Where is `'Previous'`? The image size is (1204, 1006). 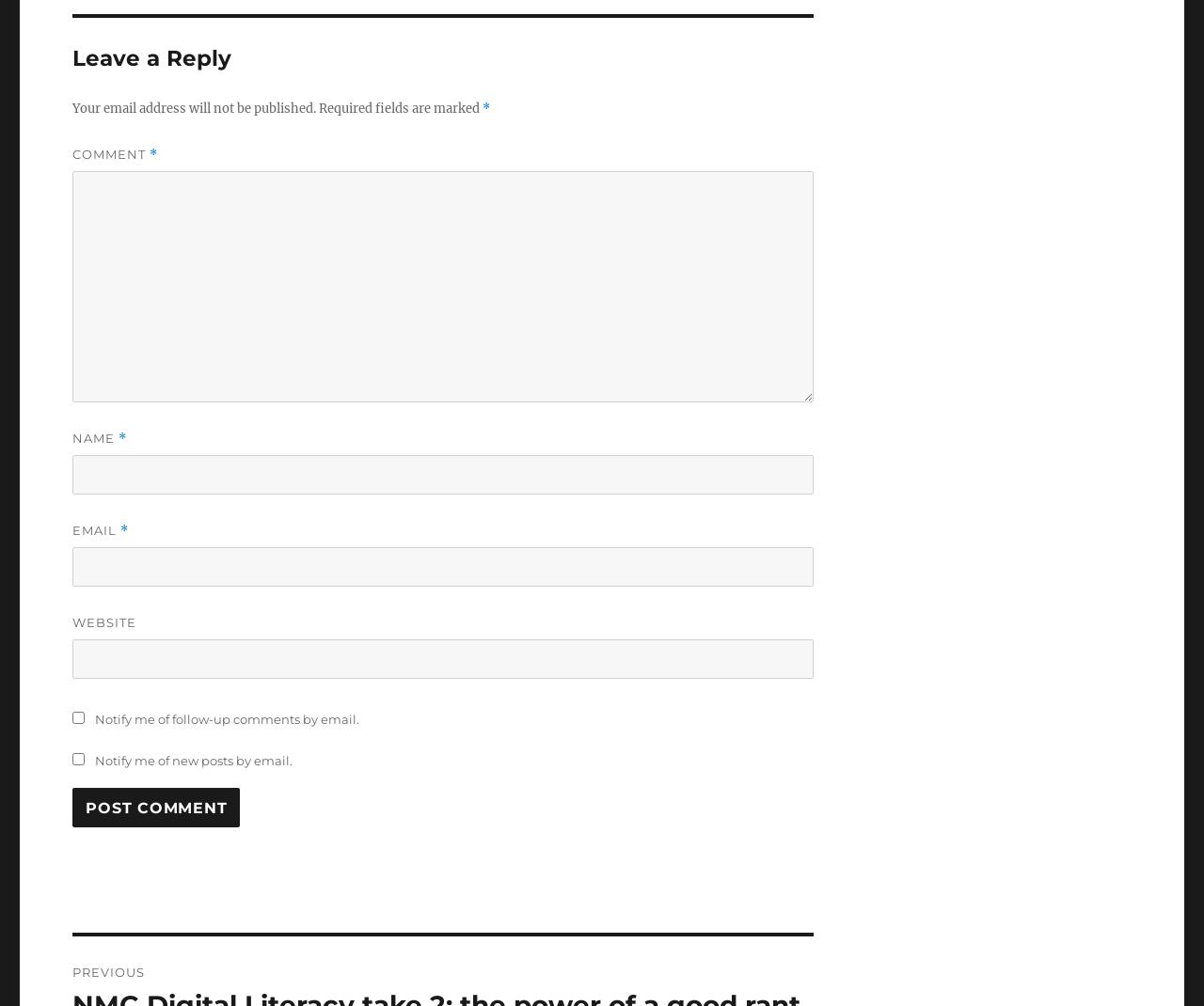 'Previous' is located at coordinates (107, 972).